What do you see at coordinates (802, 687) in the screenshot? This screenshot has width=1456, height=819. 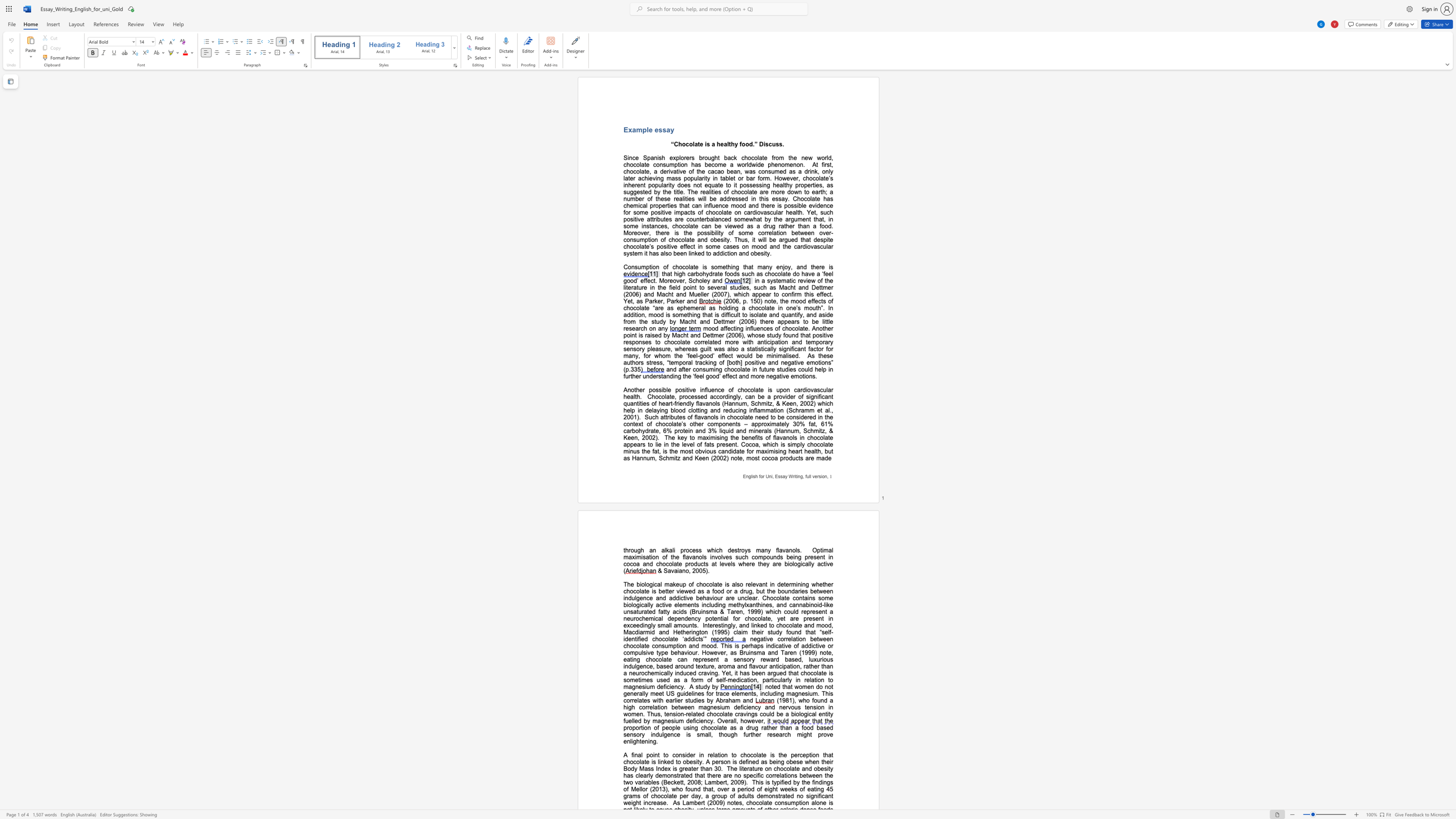 I see `the subset text "men" within the text "noted that women do not"` at bounding box center [802, 687].